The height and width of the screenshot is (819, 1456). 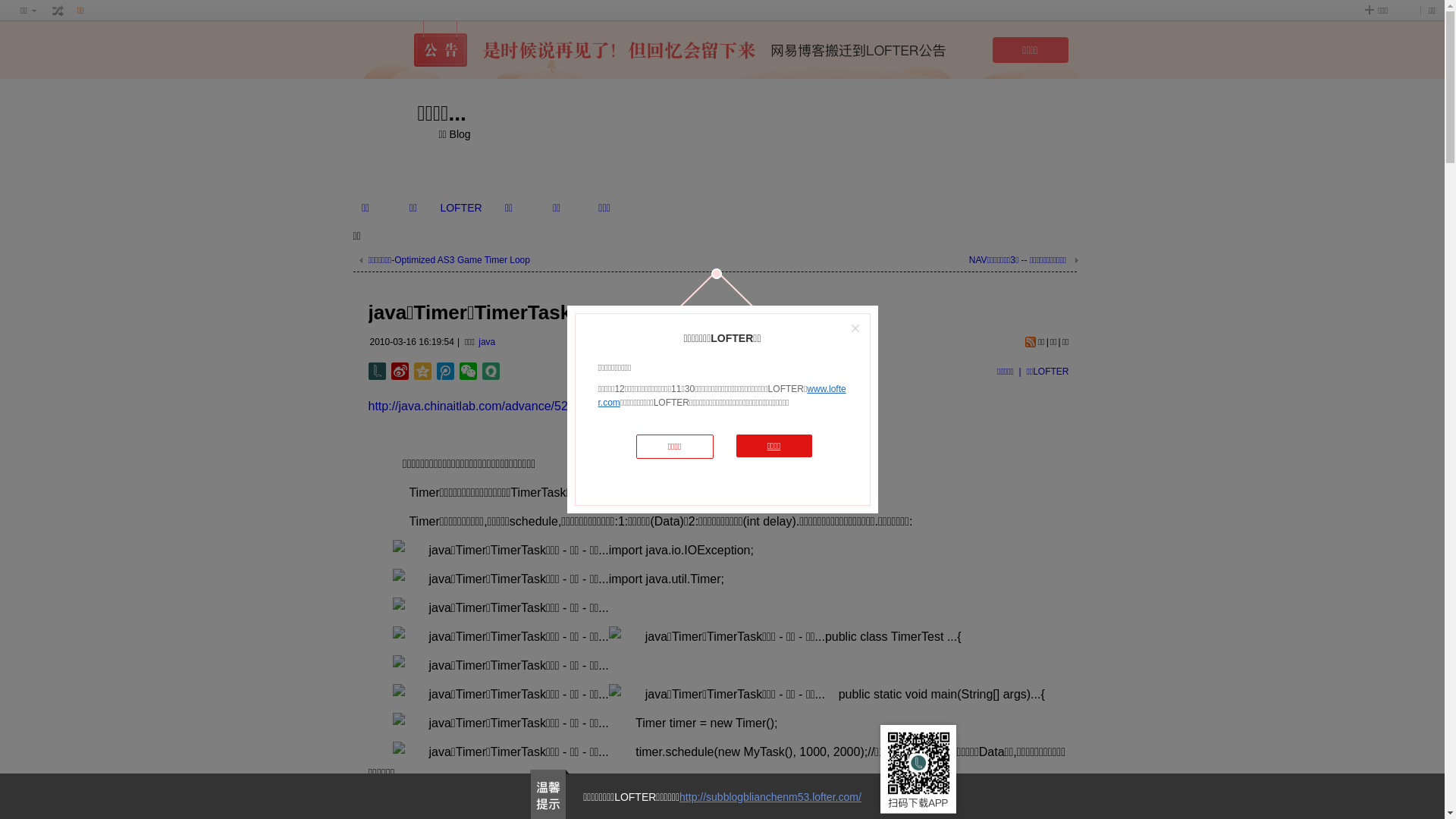 I want to click on 'LOFTER', so click(x=460, y=207).